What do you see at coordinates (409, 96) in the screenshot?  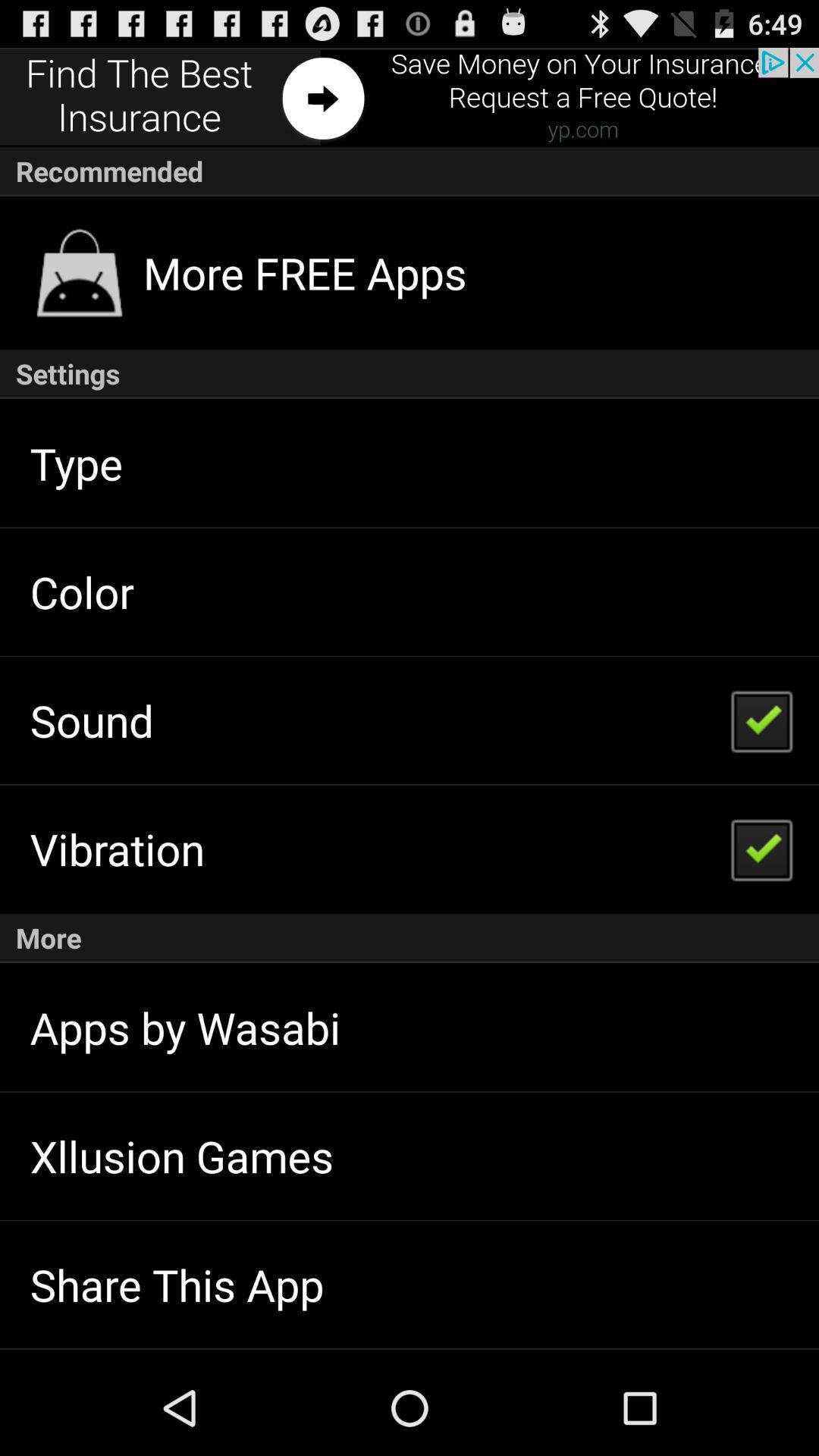 I see `the add` at bounding box center [409, 96].